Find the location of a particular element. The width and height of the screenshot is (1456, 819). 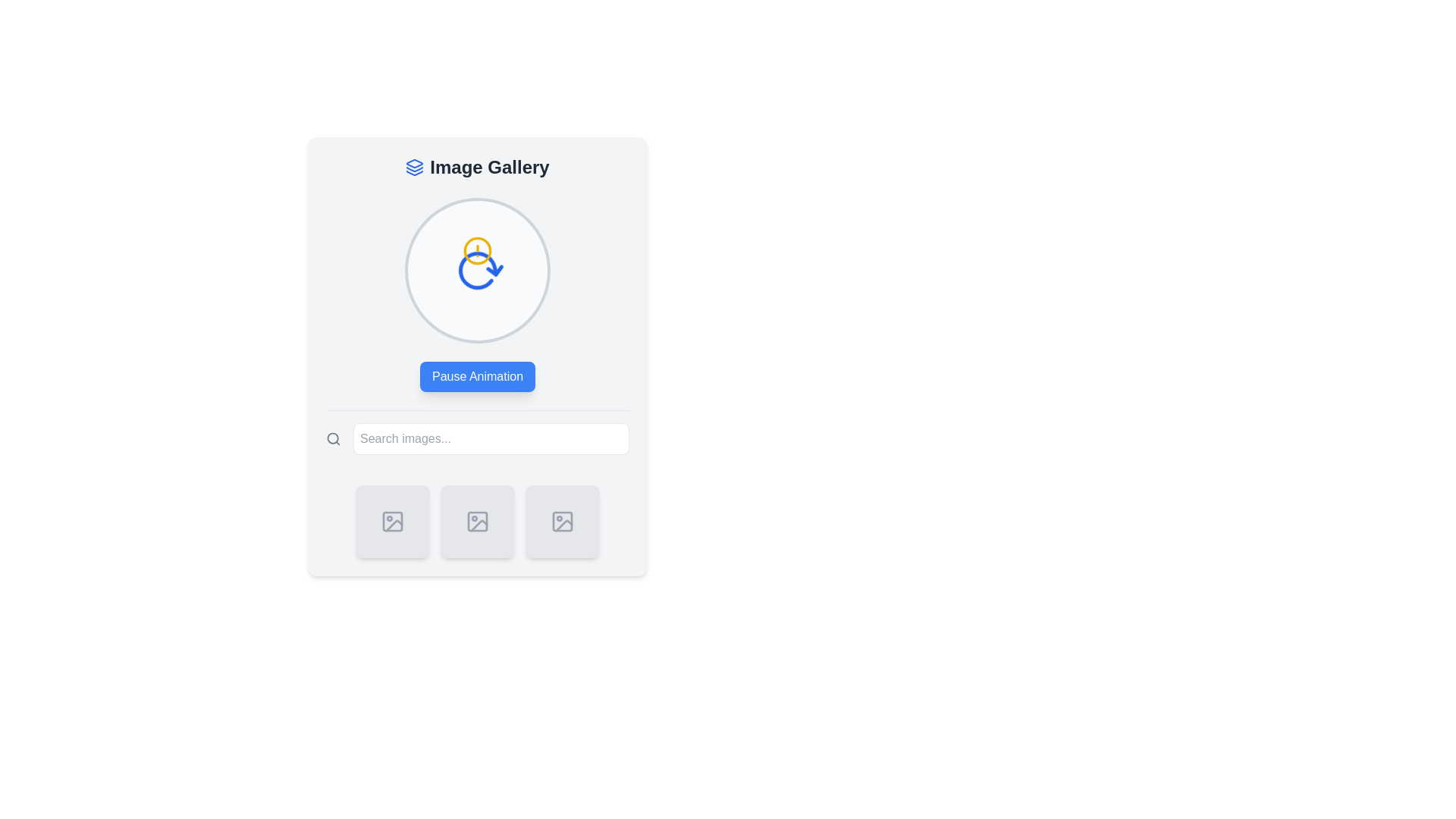

the text element displaying 'Image Gallery' prominently in bold is located at coordinates (490, 167).